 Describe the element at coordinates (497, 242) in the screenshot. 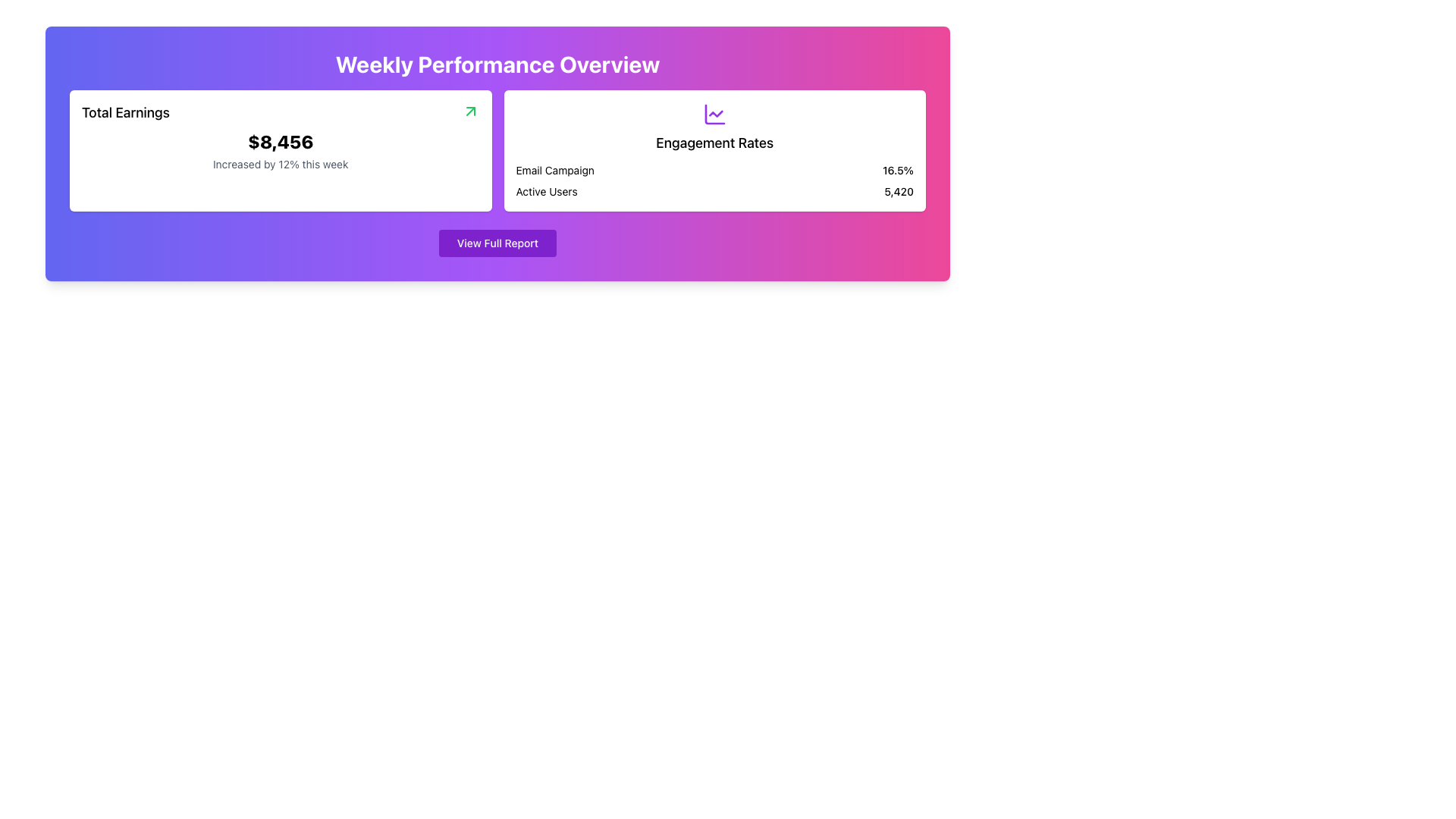

I see `the 'View Full Report' button, a purple rectangular button with rounded corners and white text, for keyboard interaction` at that location.